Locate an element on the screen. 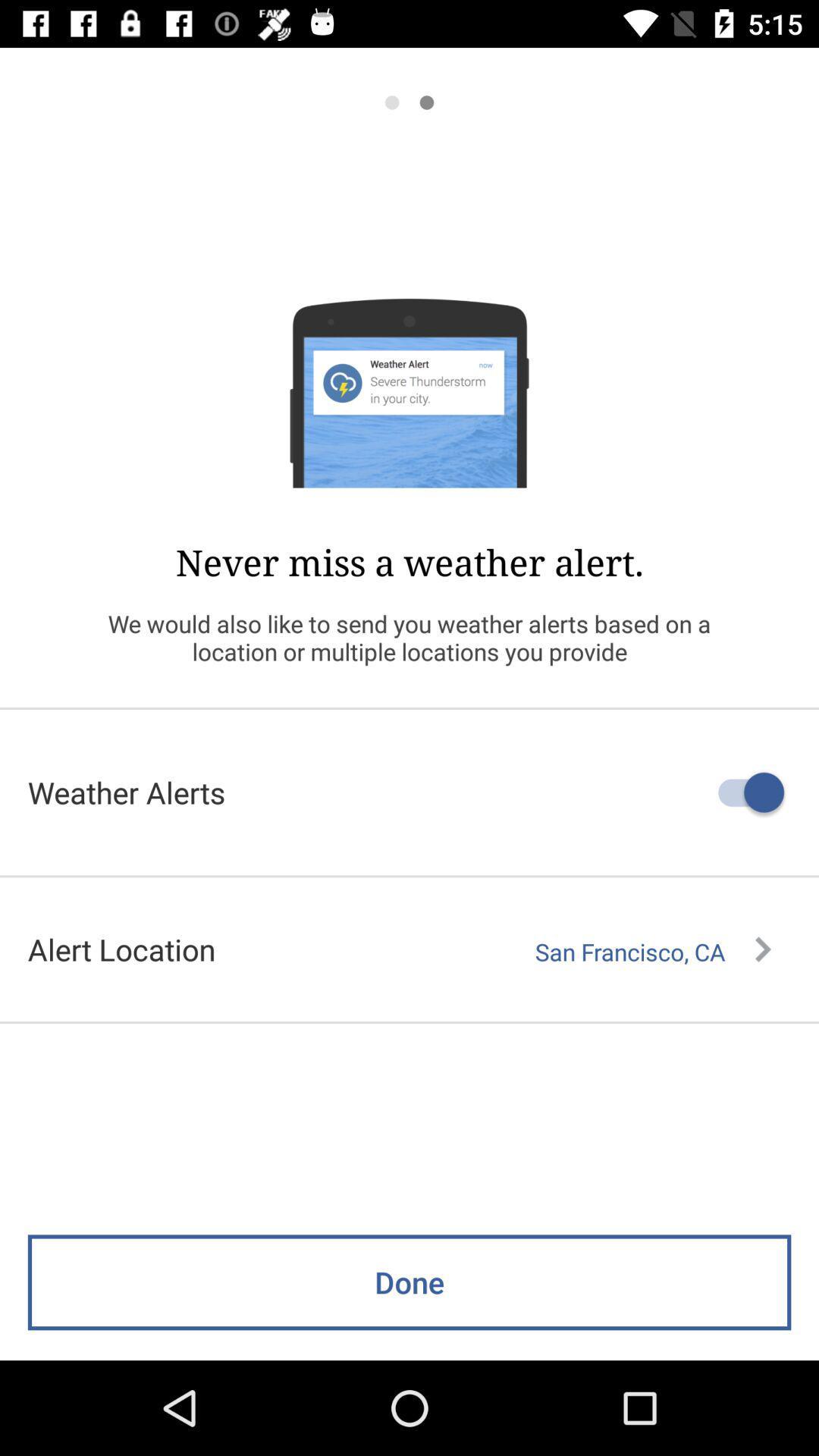 This screenshot has height=1456, width=819. done icon is located at coordinates (409, 1282).